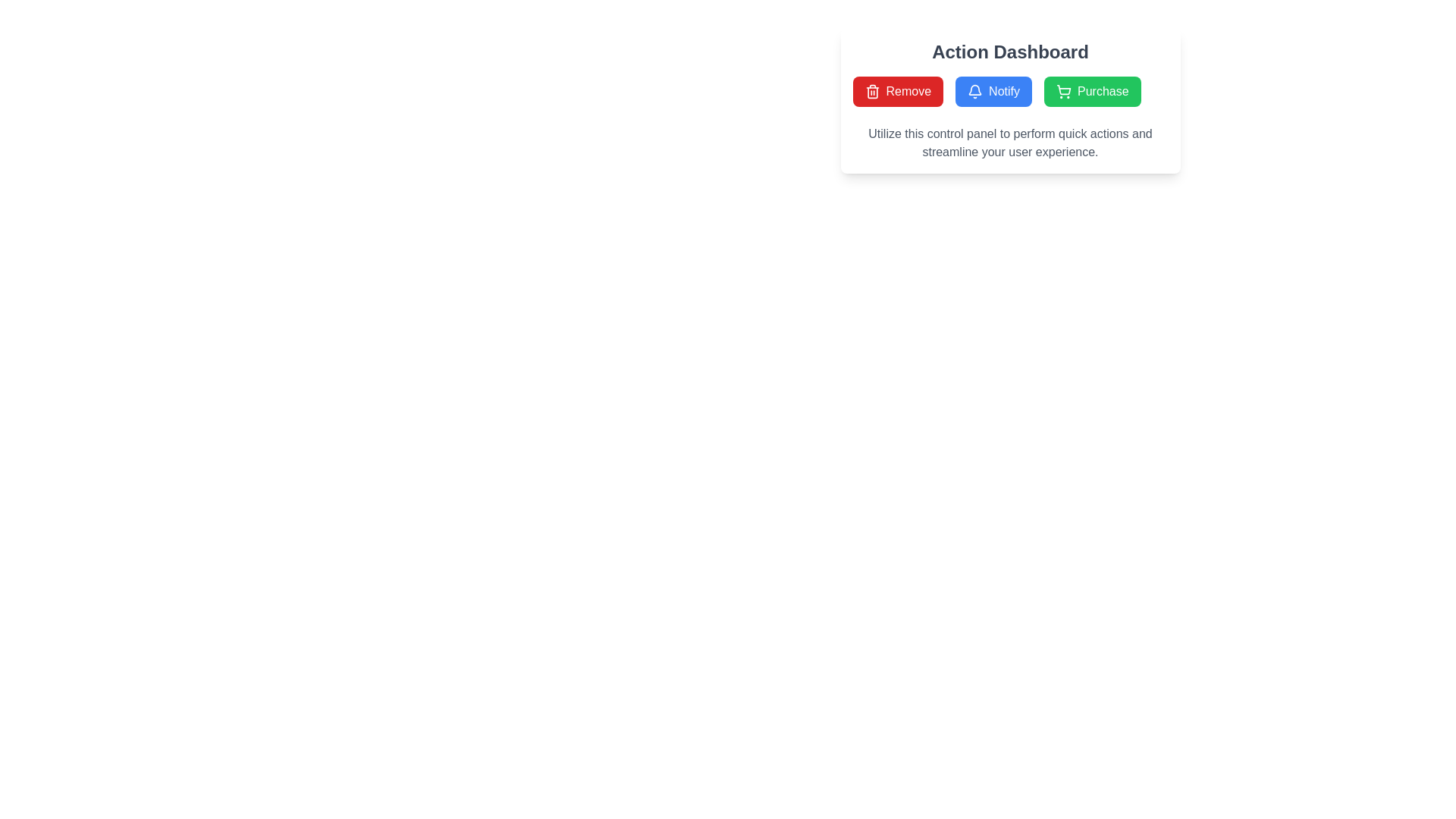  I want to click on the blue 'Notify' button with a white bell icon to initiate a notification, so click(993, 91).